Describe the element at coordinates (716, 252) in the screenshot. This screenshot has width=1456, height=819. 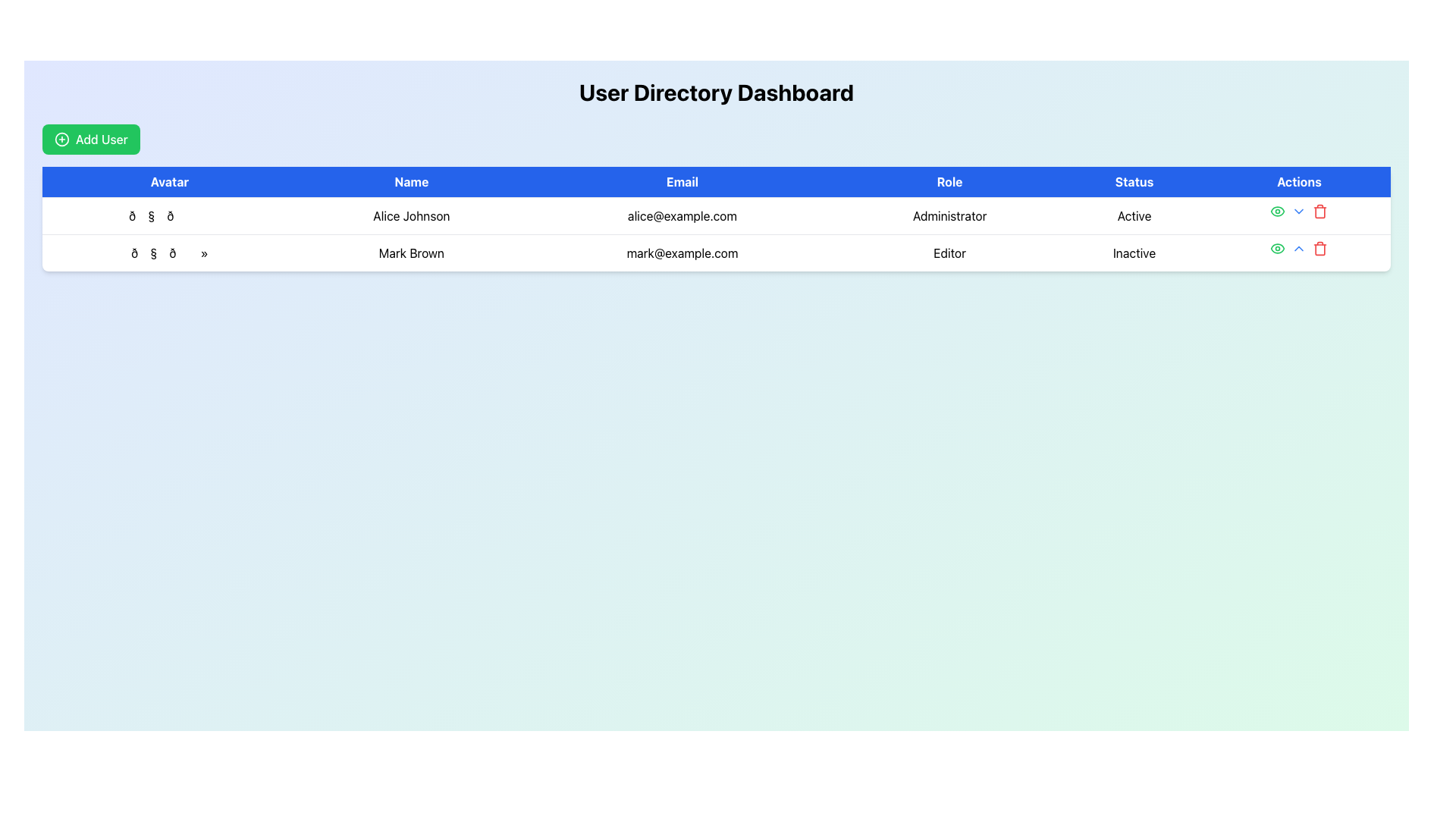
I see `the second row in the user directory table, which contains user information segmented by columns labeled Avatar, Name, Email, Role, Status, and Actions` at that location.